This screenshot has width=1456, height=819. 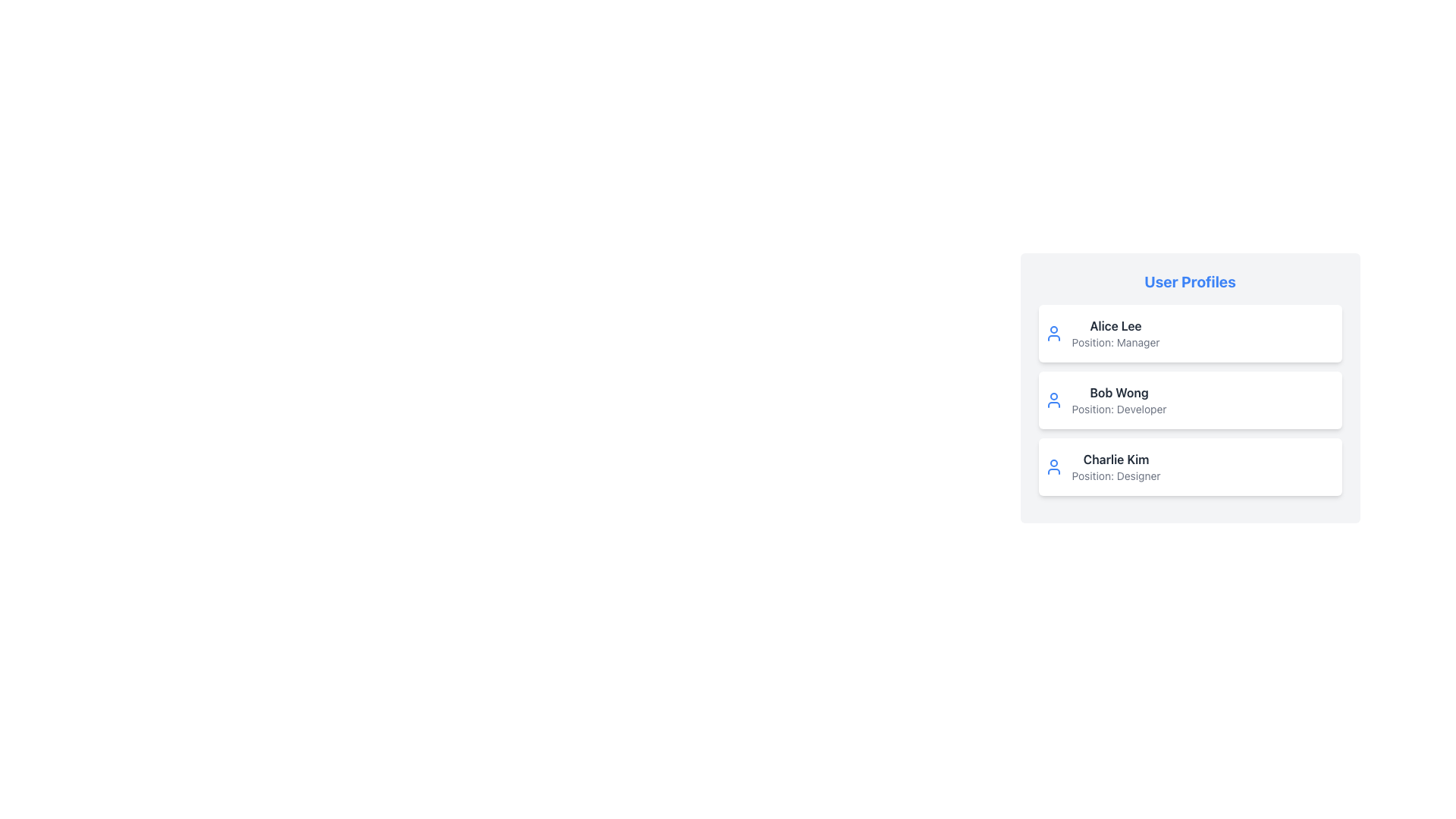 What do you see at coordinates (1119, 391) in the screenshot?
I see `text label displaying 'Bob Wong' that identifies the individual associated with the user profile, located in the middle card of the vertical list of user profiles` at bounding box center [1119, 391].